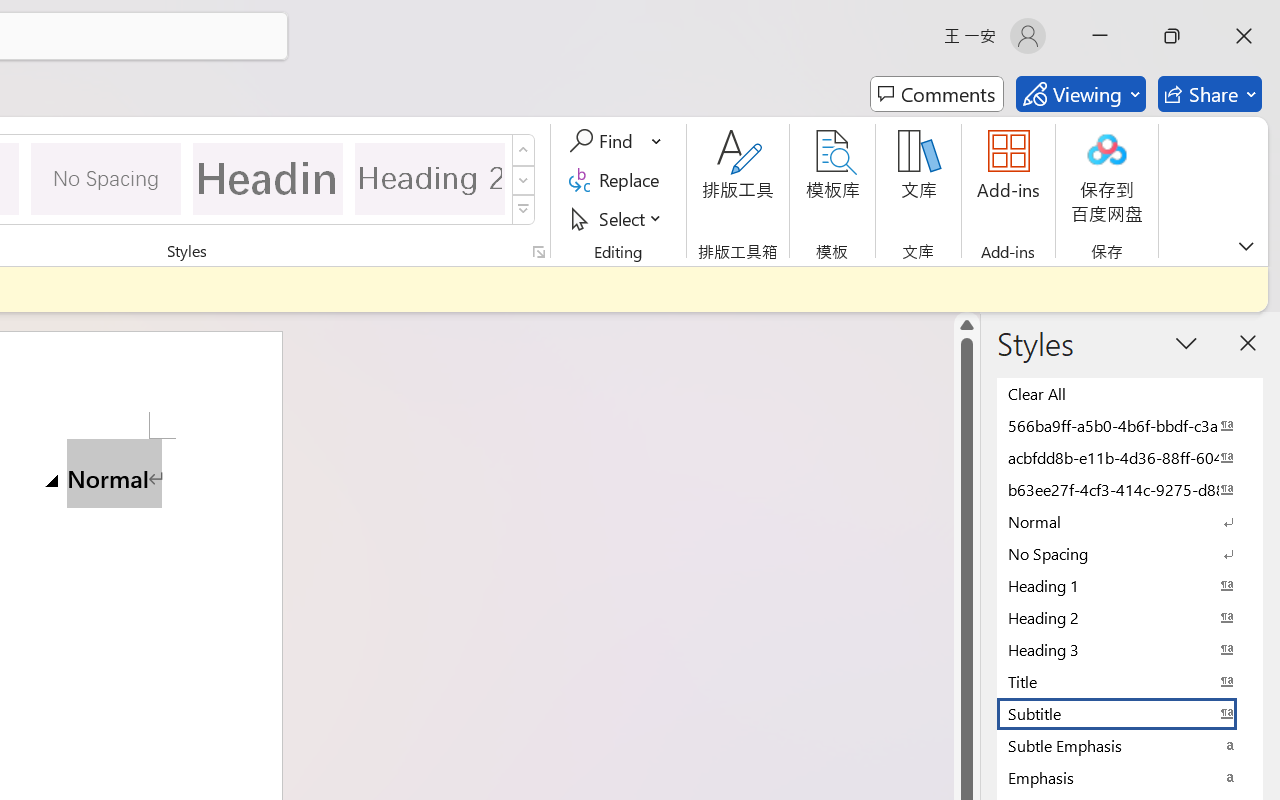 The height and width of the screenshot is (800, 1280). Describe the element at coordinates (1130, 456) in the screenshot. I see `'acbfdd8b-e11b-4d36-88ff-6049b138f862'` at that location.